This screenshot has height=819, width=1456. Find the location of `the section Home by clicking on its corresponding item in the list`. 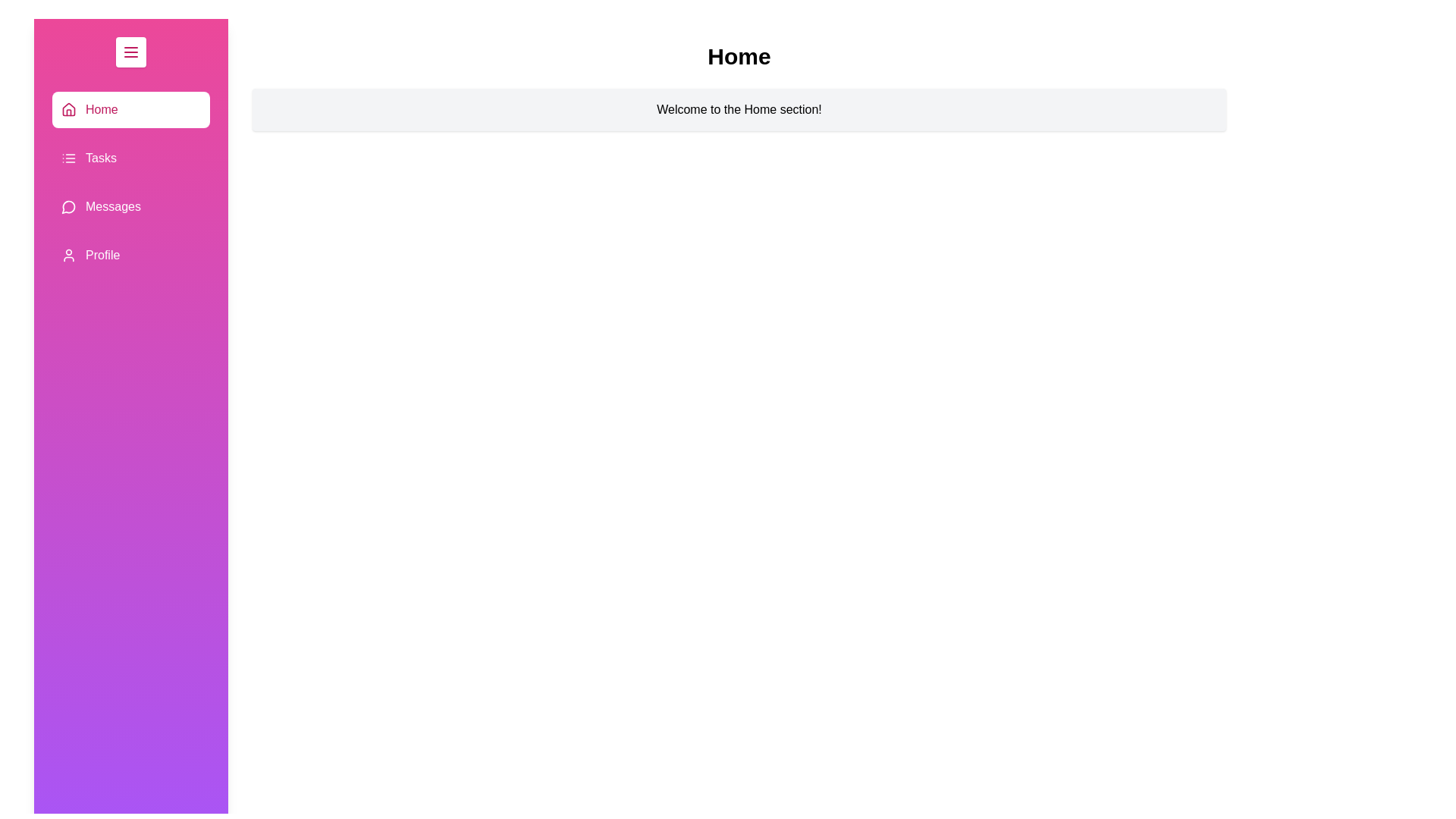

the section Home by clicking on its corresponding item in the list is located at coordinates (130, 109).